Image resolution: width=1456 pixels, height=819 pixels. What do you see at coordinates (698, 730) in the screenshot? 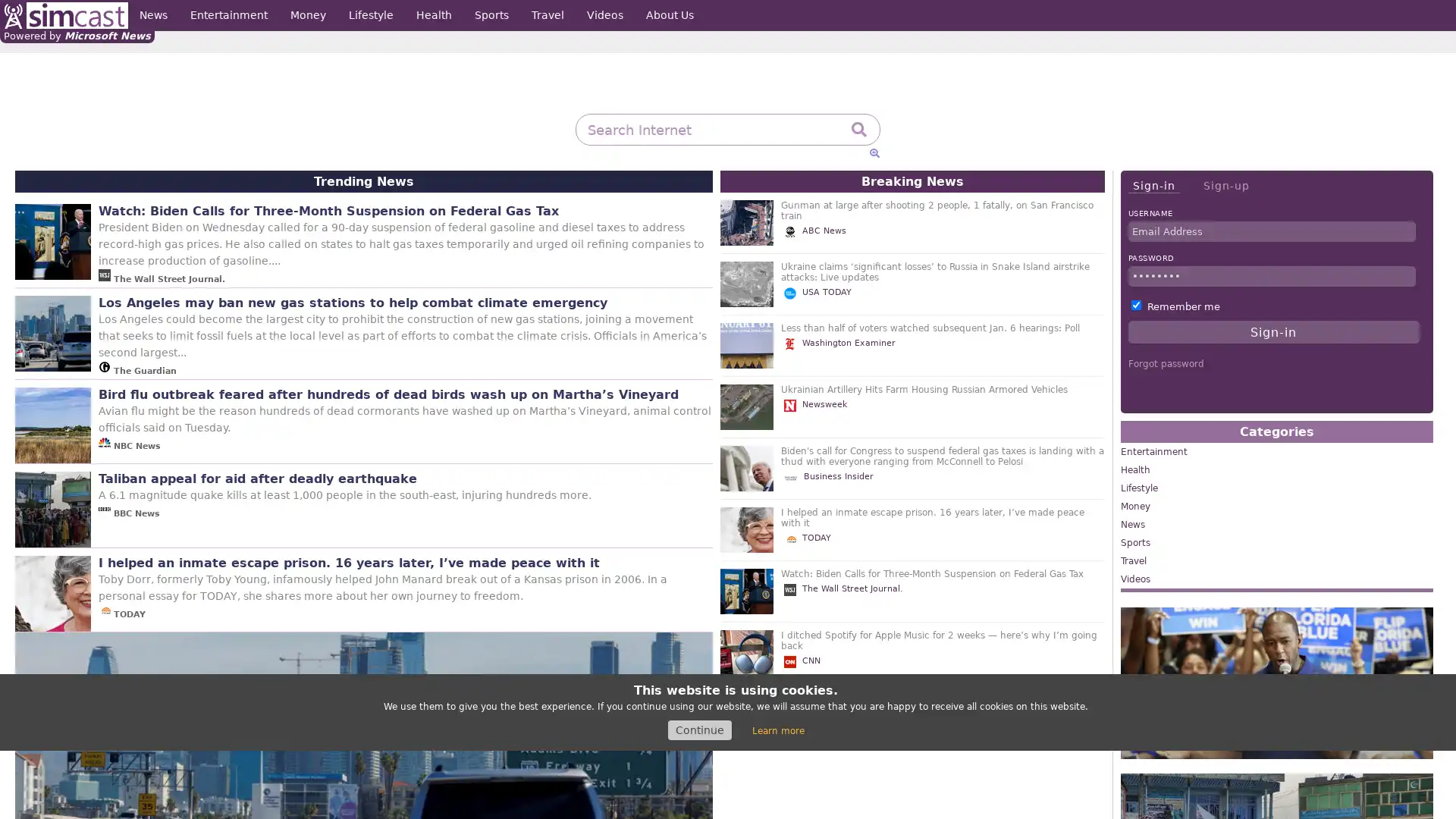
I see `Continue` at bounding box center [698, 730].